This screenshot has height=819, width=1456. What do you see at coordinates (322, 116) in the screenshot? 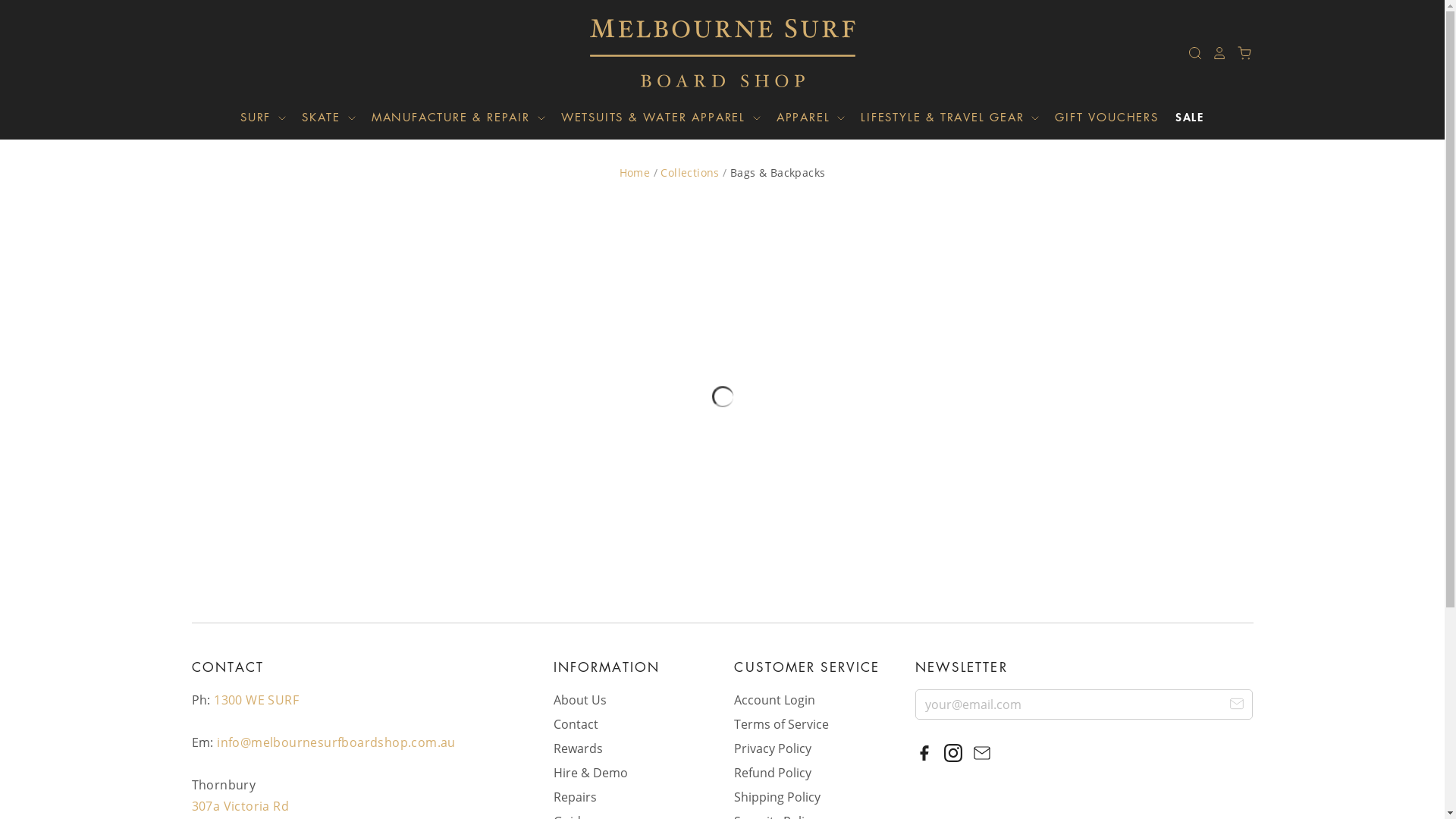
I see `'SKATE'` at bounding box center [322, 116].